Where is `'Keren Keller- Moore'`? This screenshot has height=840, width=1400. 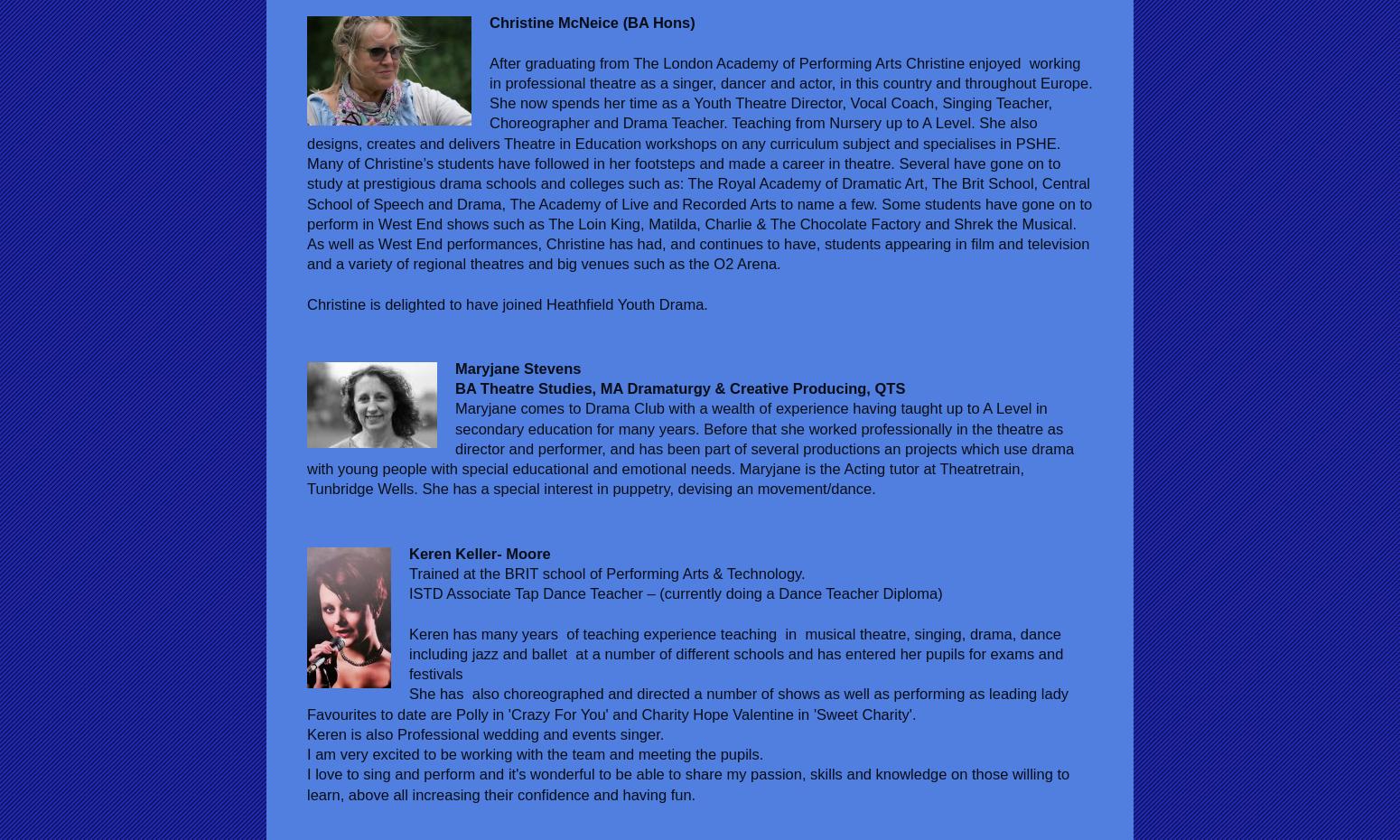
'Keren Keller- Moore' is located at coordinates (479, 553).